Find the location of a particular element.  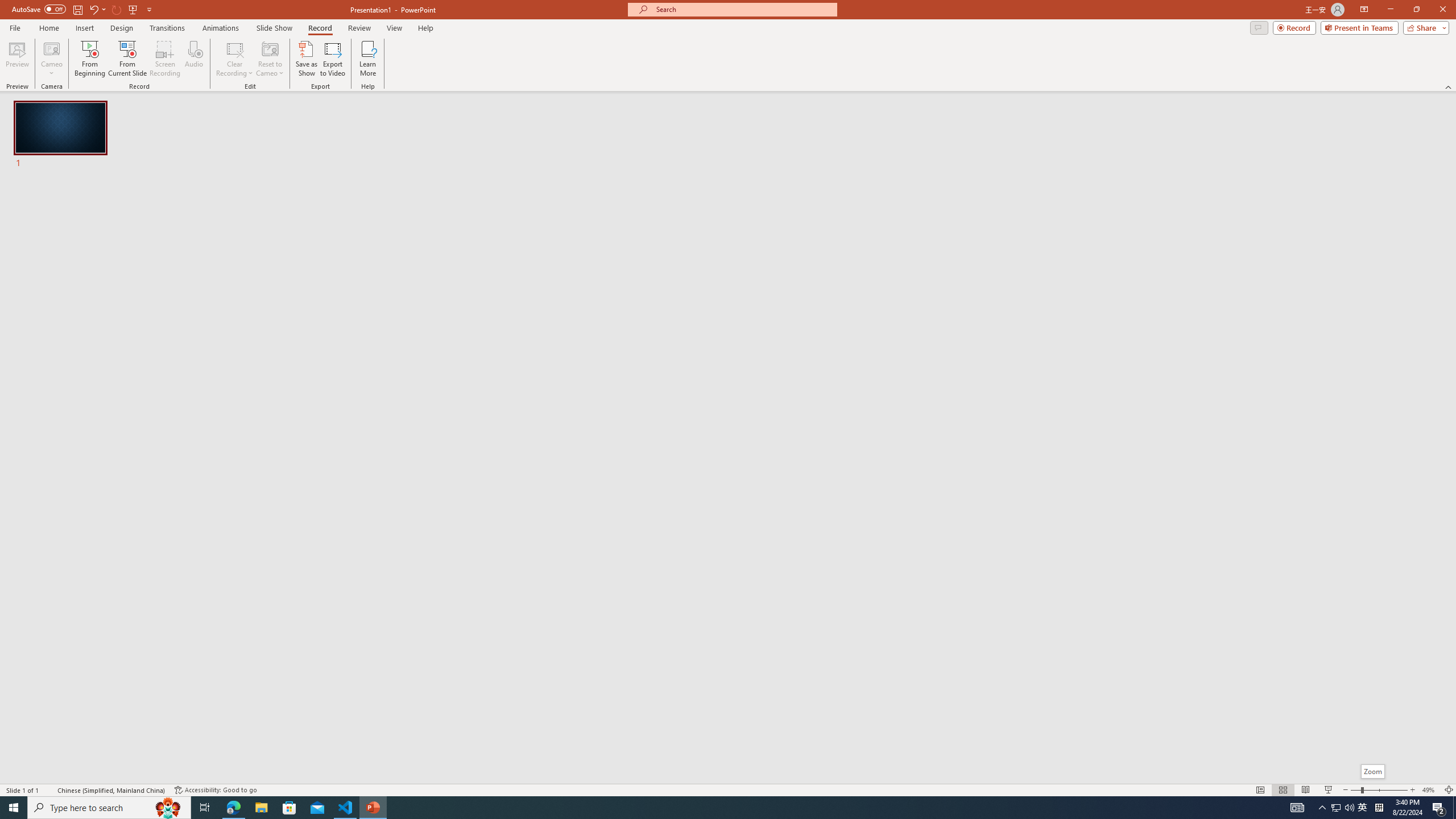

'Spell Check ' is located at coordinates (49, 790).